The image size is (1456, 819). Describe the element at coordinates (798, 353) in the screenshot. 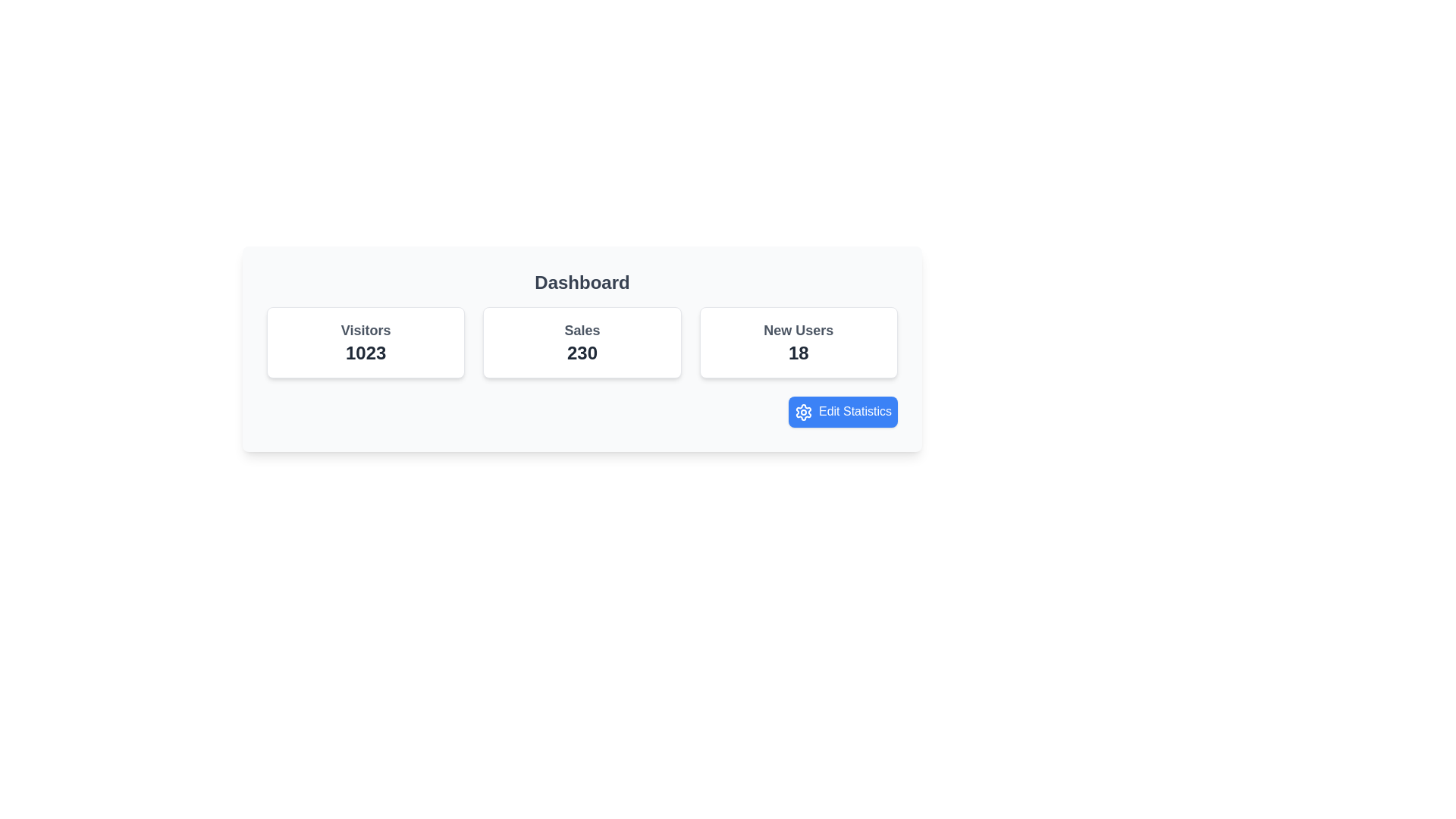

I see `the static text displaying '18' located within the 'New Users' card, positioned in the bottom-right portion of the card layout` at that location.